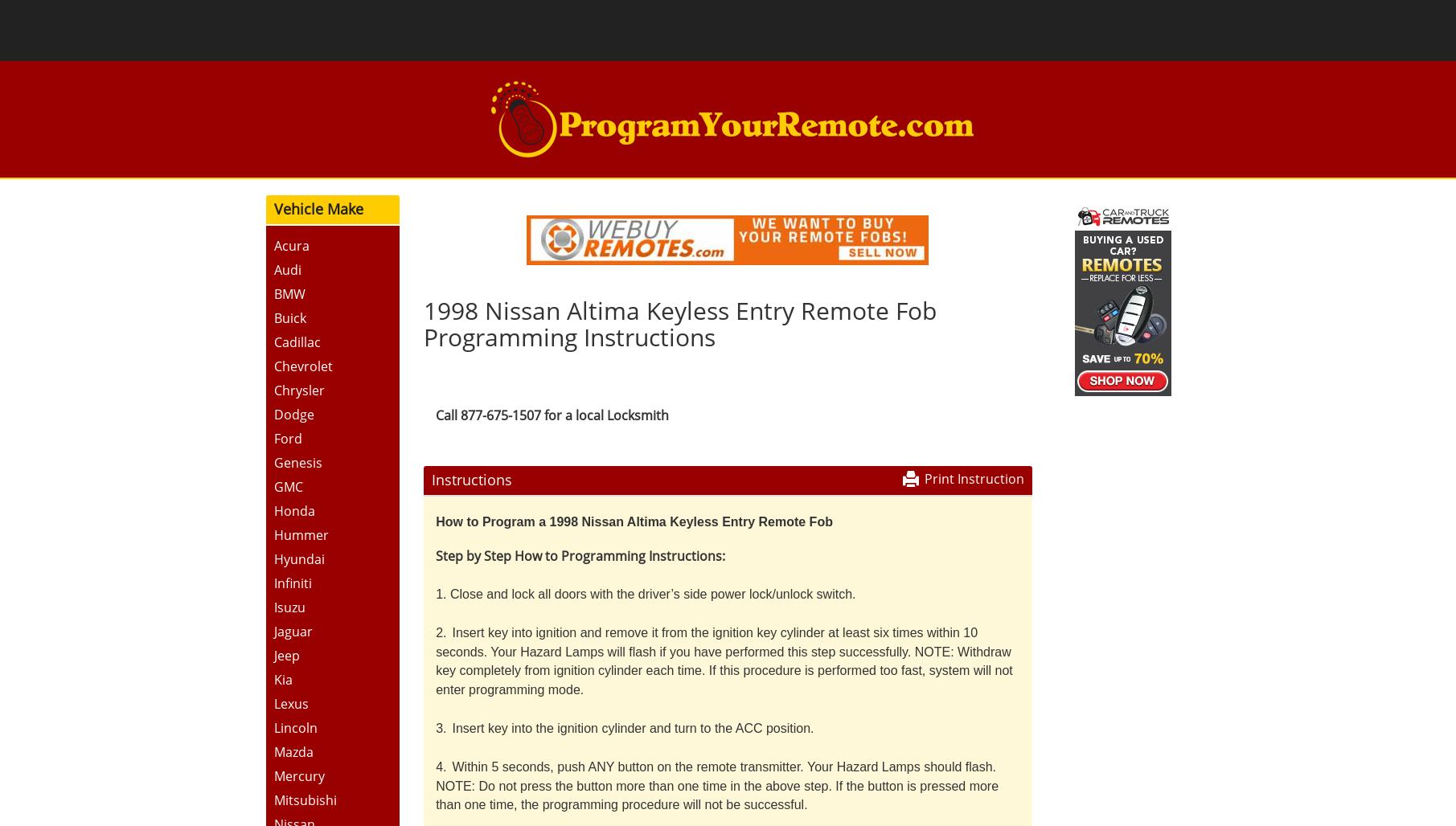 This screenshot has width=1456, height=826. What do you see at coordinates (301, 364) in the screenshot?
I see `'Chevrolet'` at bounding box center [301, 364].